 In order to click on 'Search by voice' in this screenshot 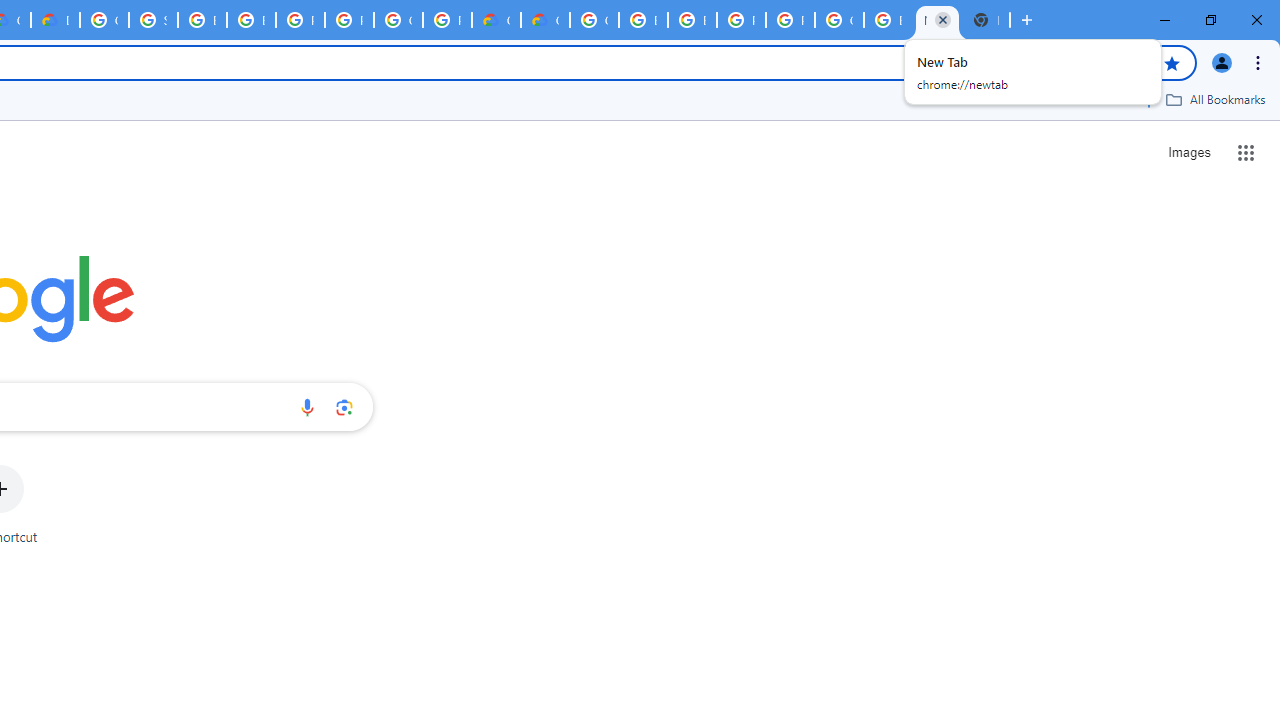, I will do `click(306, 406)`.